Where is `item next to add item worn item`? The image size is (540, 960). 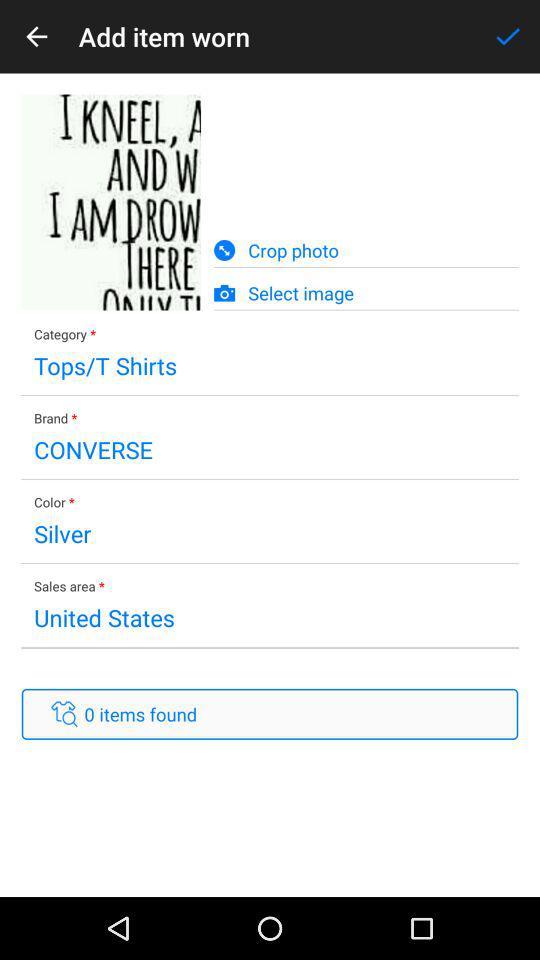 item next to add item worn item is located at coordinates (508, 35).